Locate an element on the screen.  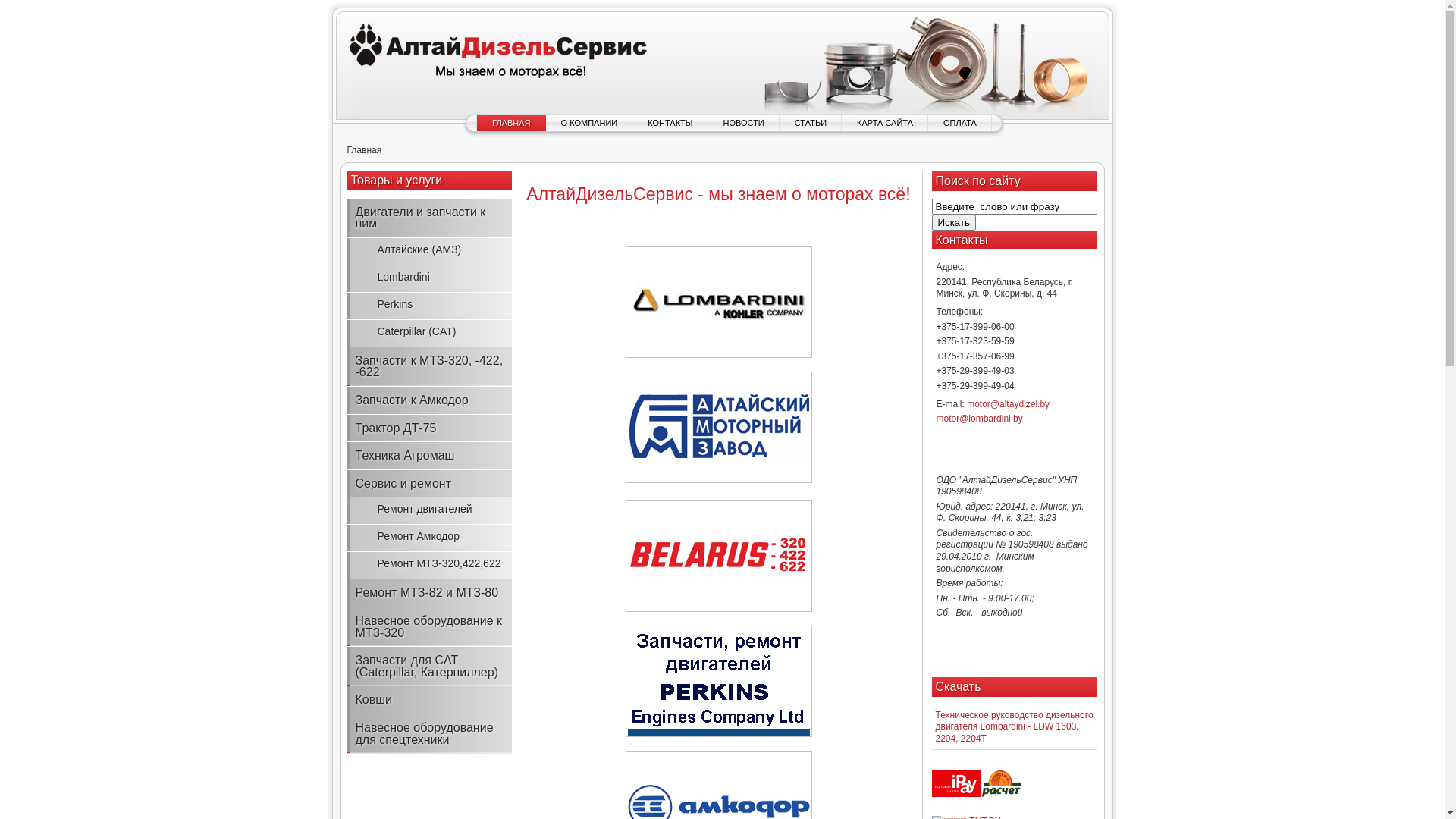
'motor@altaydizel.by' is located at coordinates (1008, 403).